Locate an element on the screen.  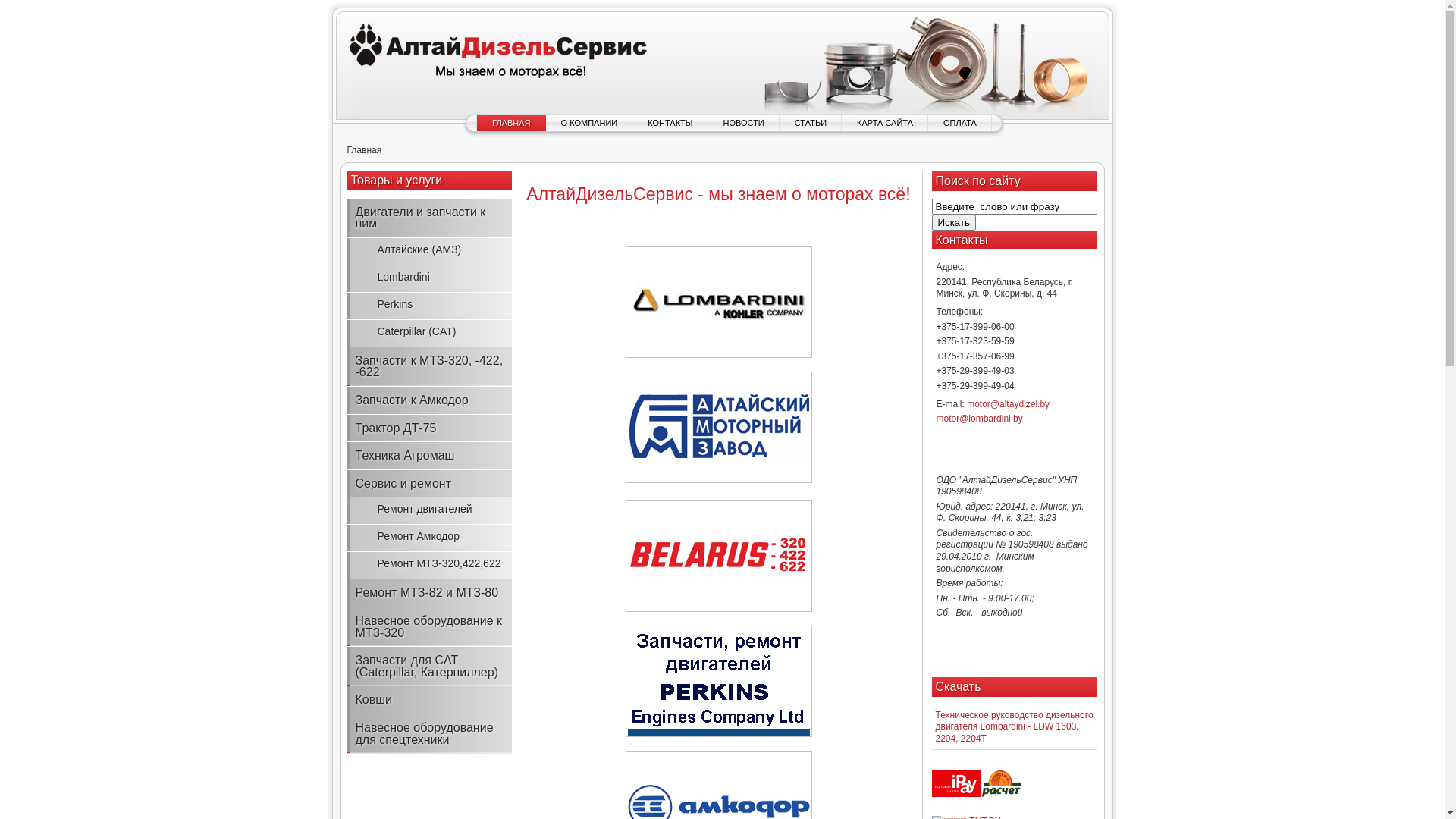
'motor@altaydizel.by' is located at coordinates (1008, 403).